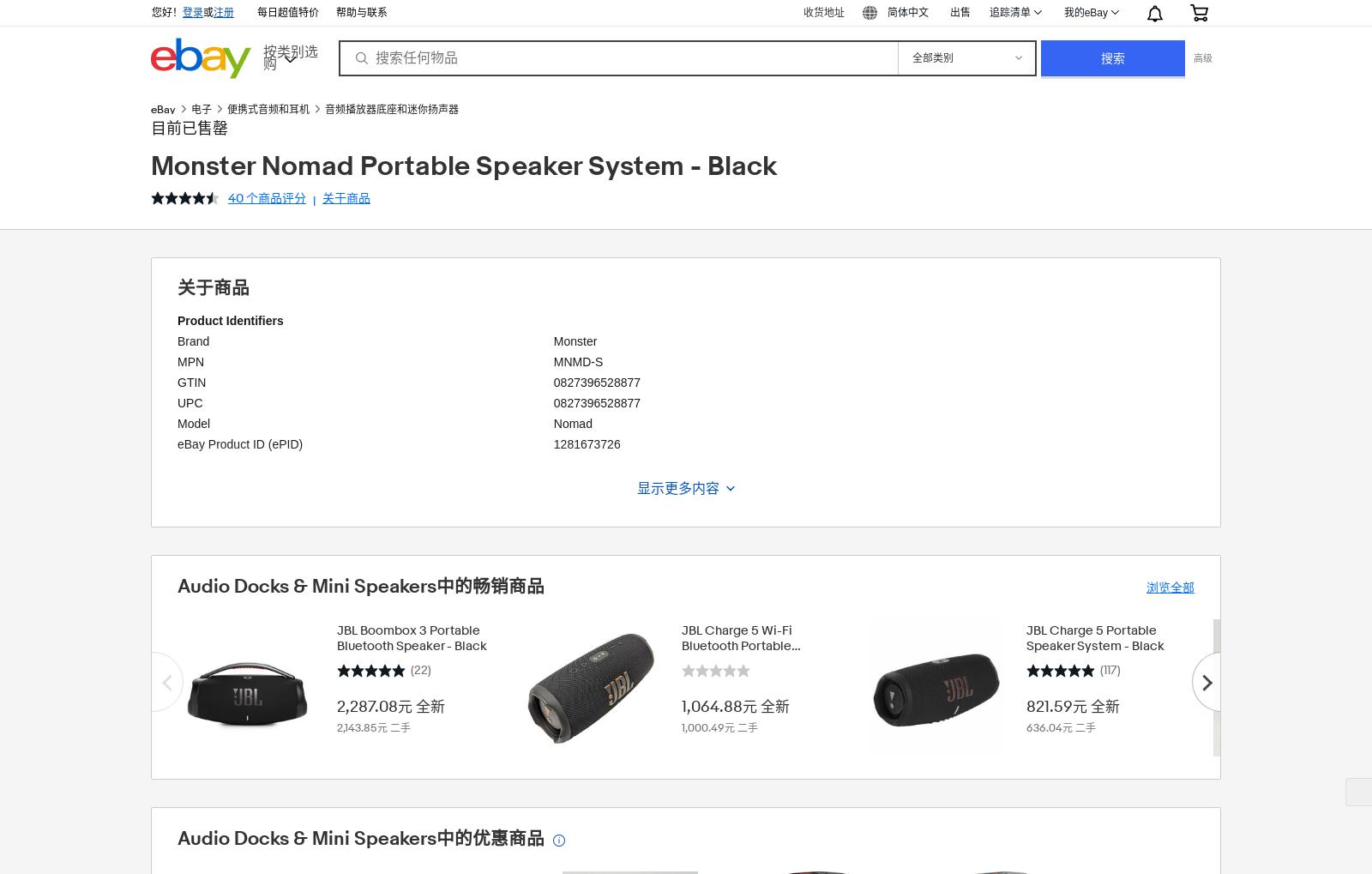  Describe the element at coordinates (389, 706) in the screenshot. I see `'2,287.08元 全新'` at that location.